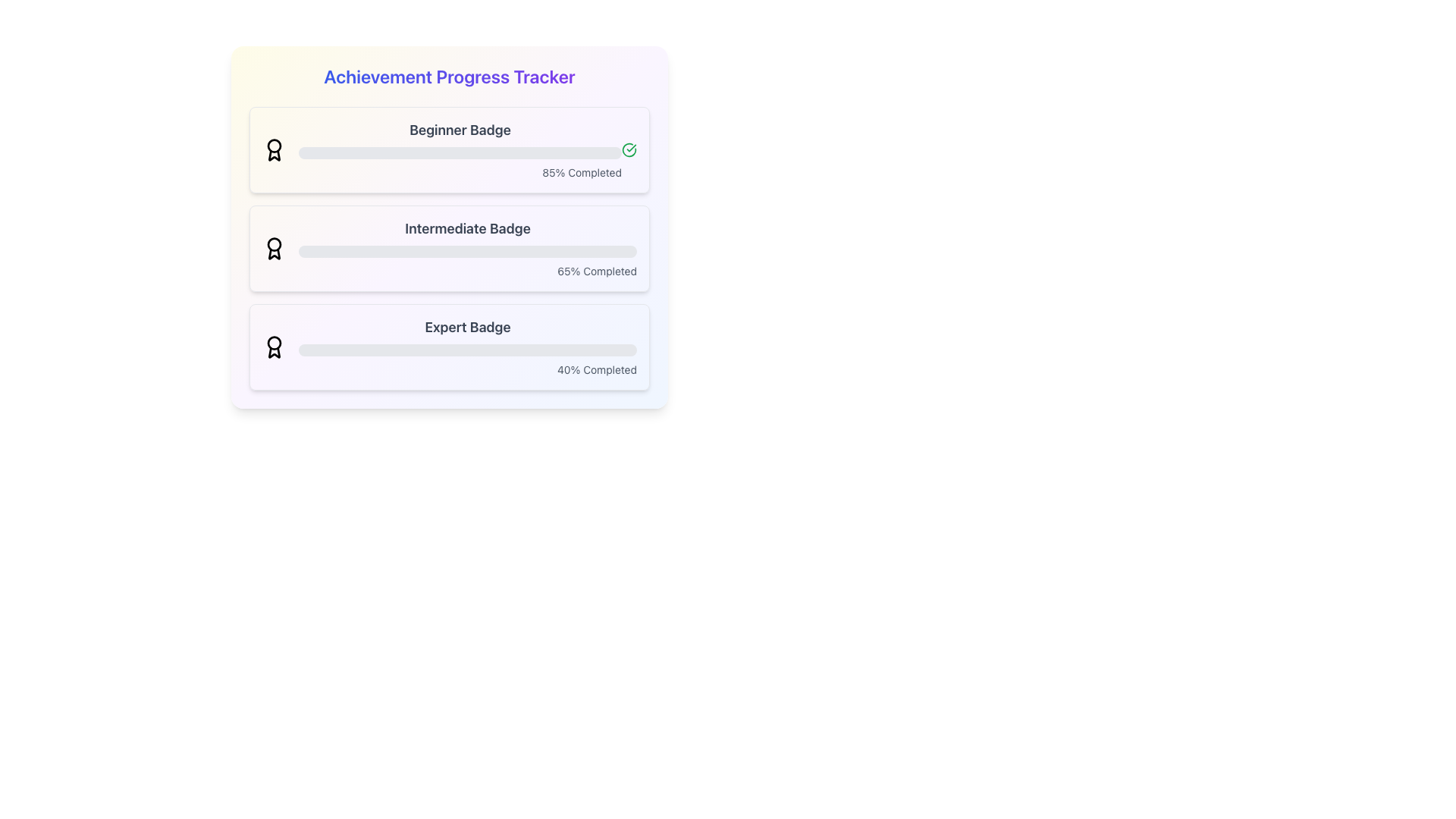 This screenshot has height=819, width=1456. I want to click on Progress Bar element indicating the completion of the Beginner Badge task, which shows 85% completion, so click(459, 152).